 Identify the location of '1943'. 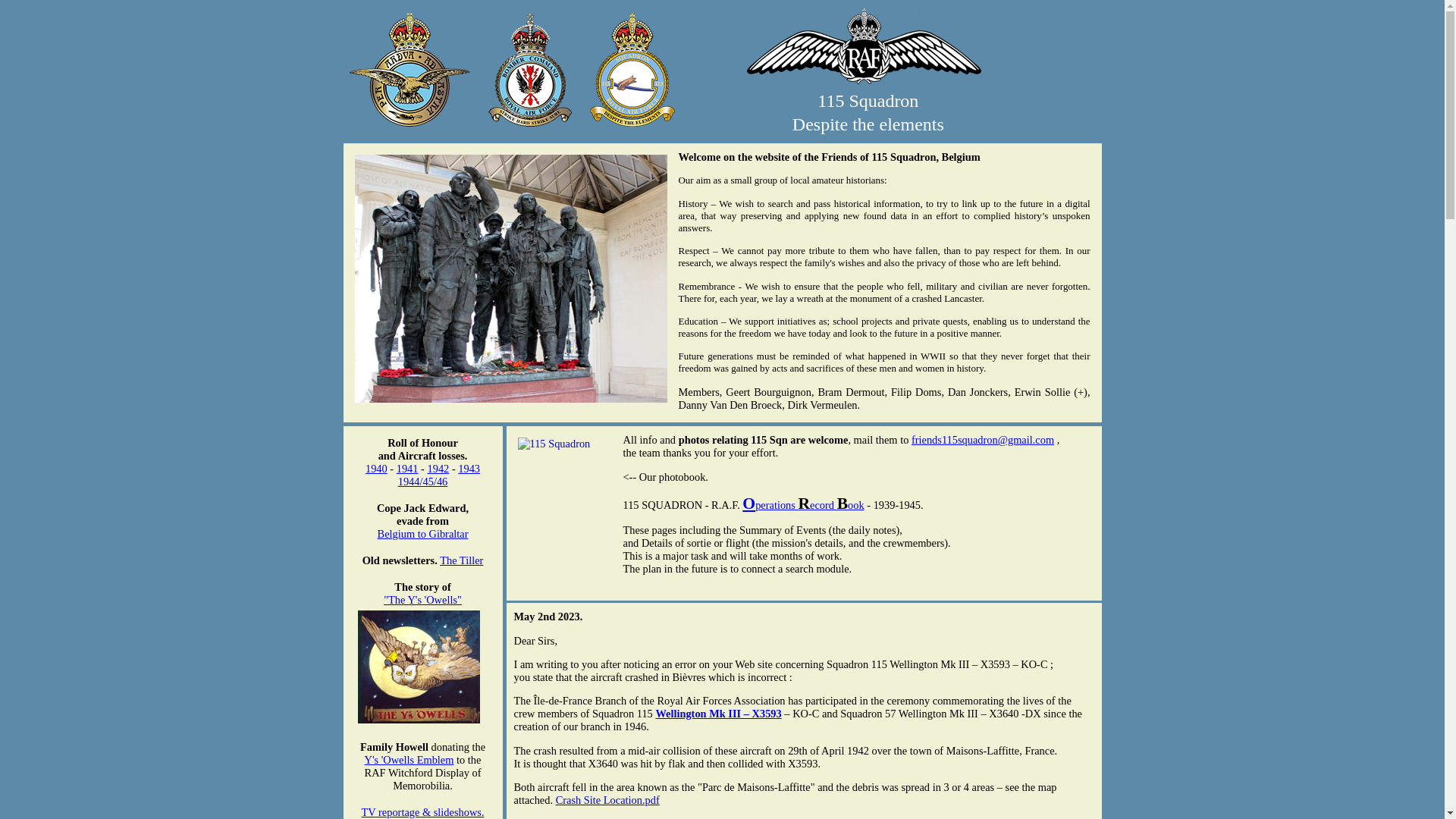
(468, 467).